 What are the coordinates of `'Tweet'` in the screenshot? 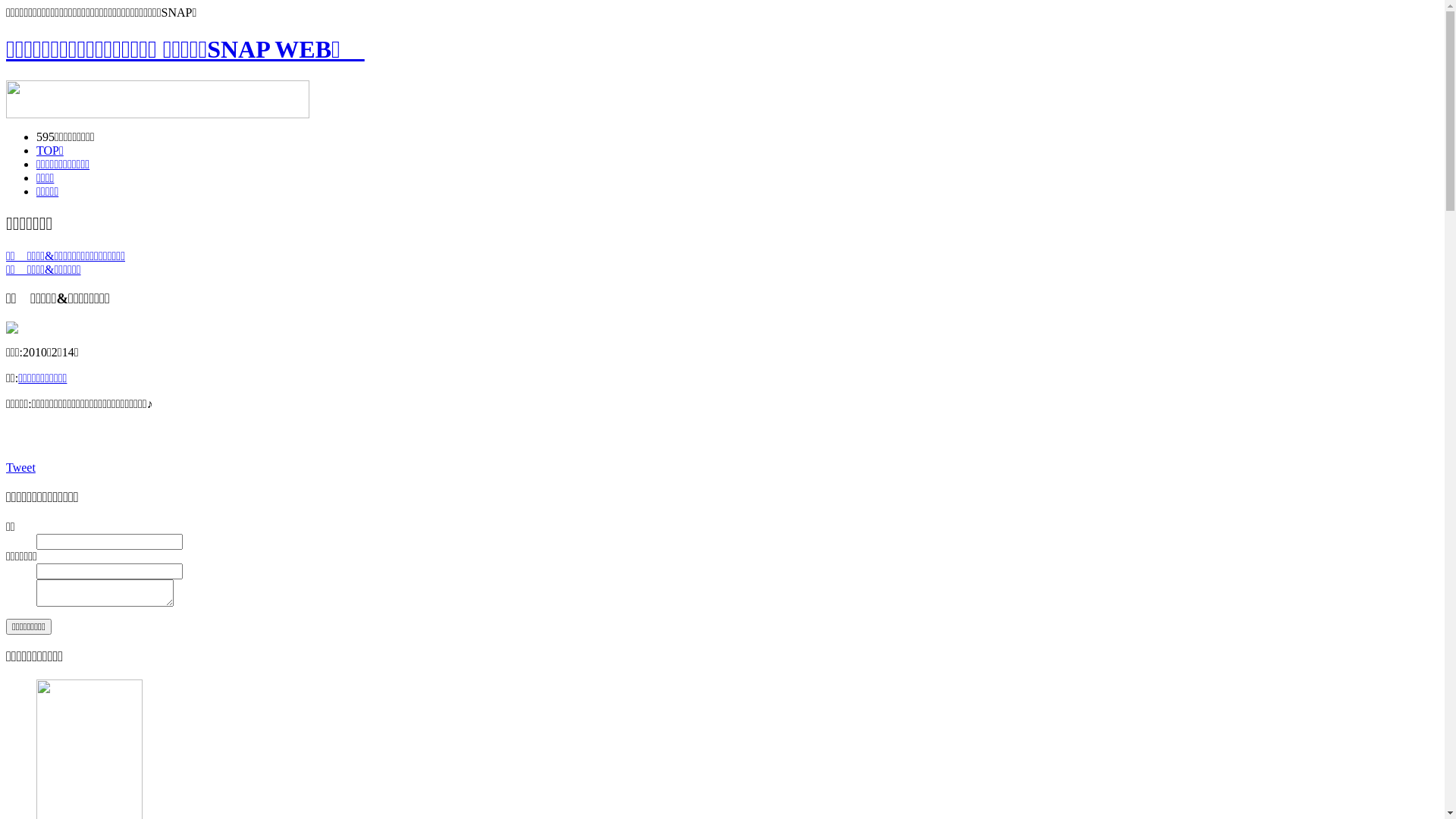 It's located at (6, 466).